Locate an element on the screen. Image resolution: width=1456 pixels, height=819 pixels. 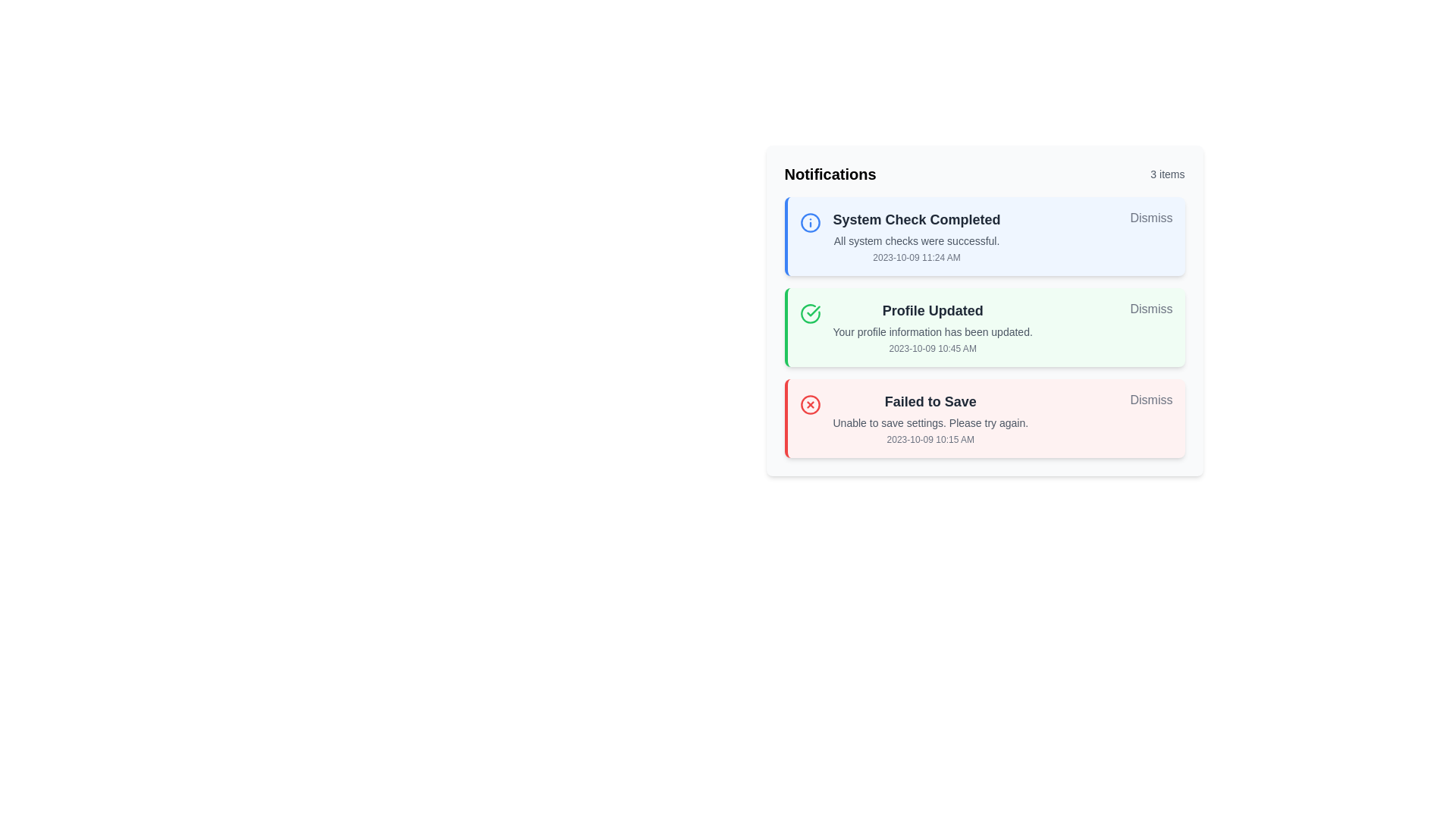
the 'Dismiss' button located at the rightmost end of the 'System Check Completed' notification card is located at coordinates (1151, 218).